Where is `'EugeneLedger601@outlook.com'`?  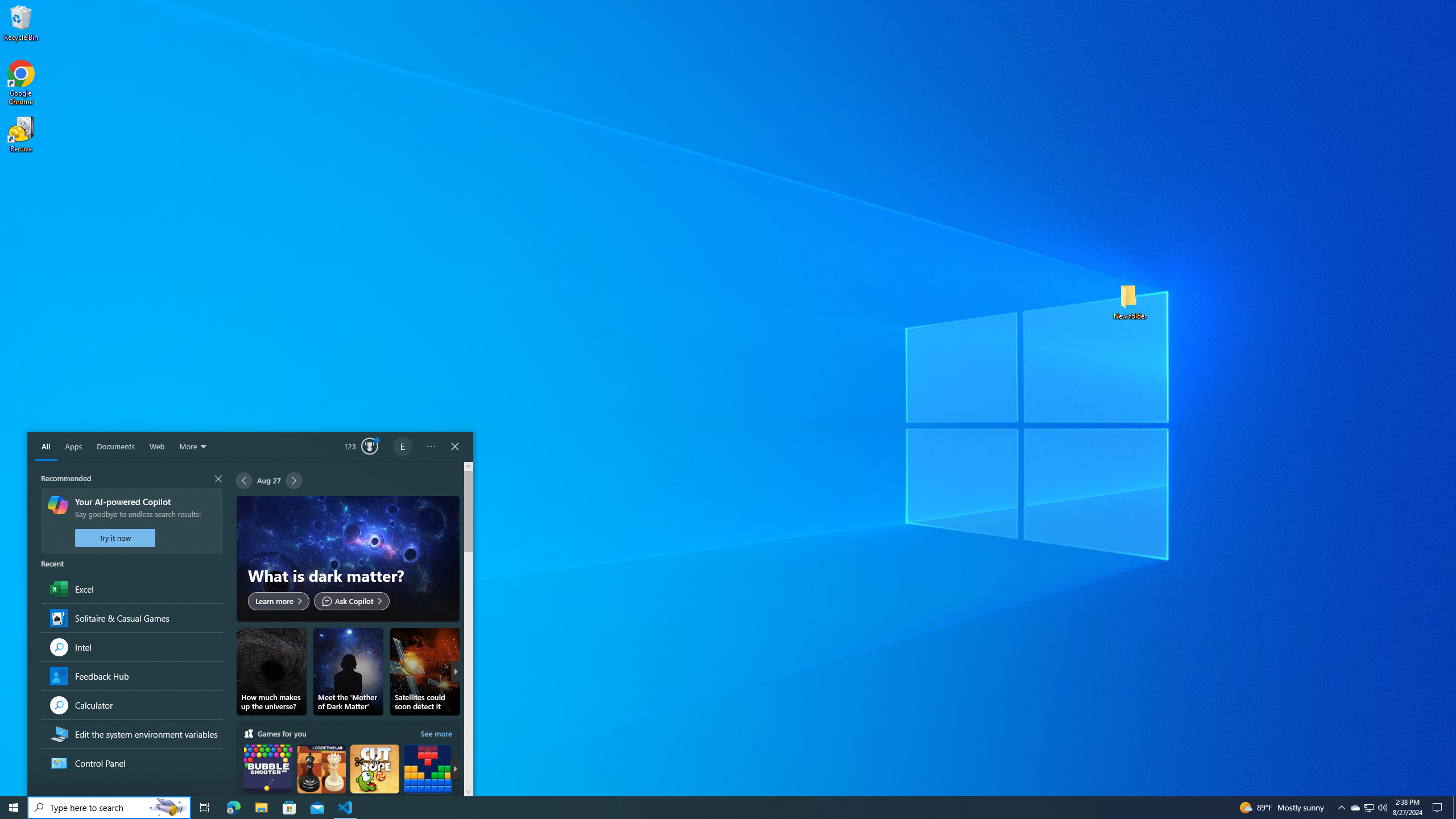 'EugeneLedger601@outlook.com' is located at coordinates (403, 446).